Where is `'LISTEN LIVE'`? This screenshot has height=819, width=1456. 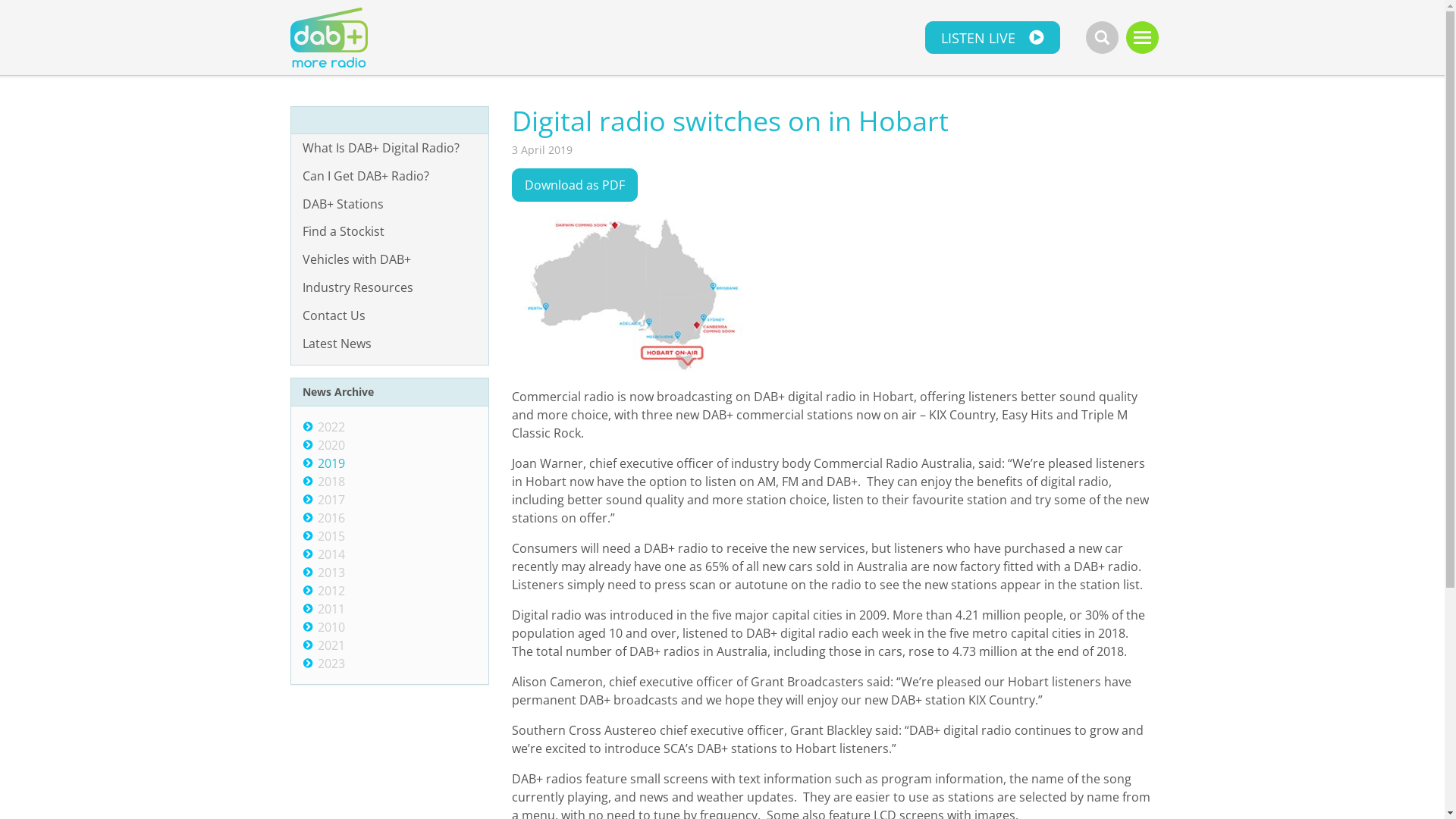
'LISTEN LIVE' is located at coordinates (924, 36).